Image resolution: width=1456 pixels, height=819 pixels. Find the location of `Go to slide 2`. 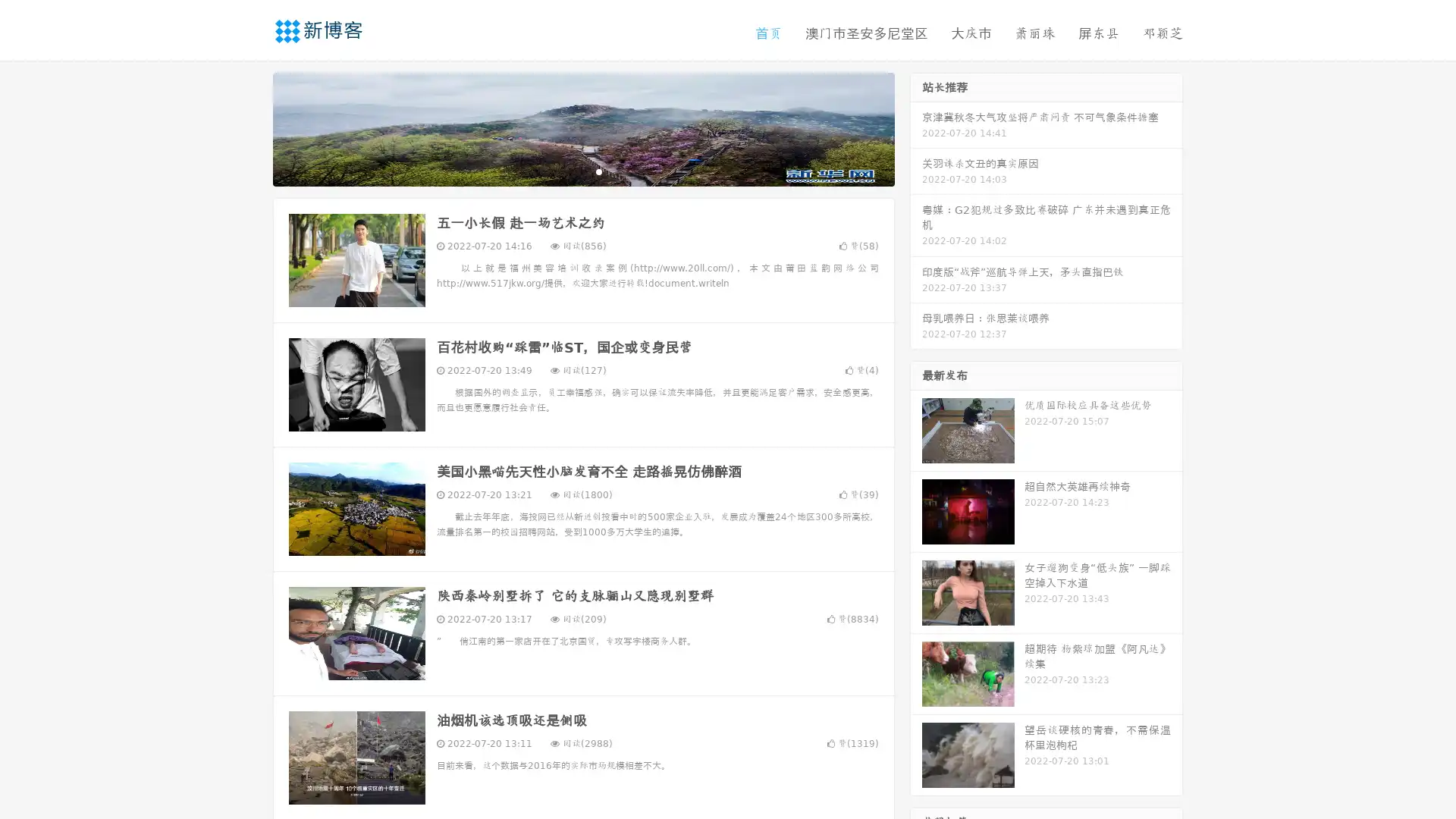

Go to slide 2 is located at coordinates (582, 171).